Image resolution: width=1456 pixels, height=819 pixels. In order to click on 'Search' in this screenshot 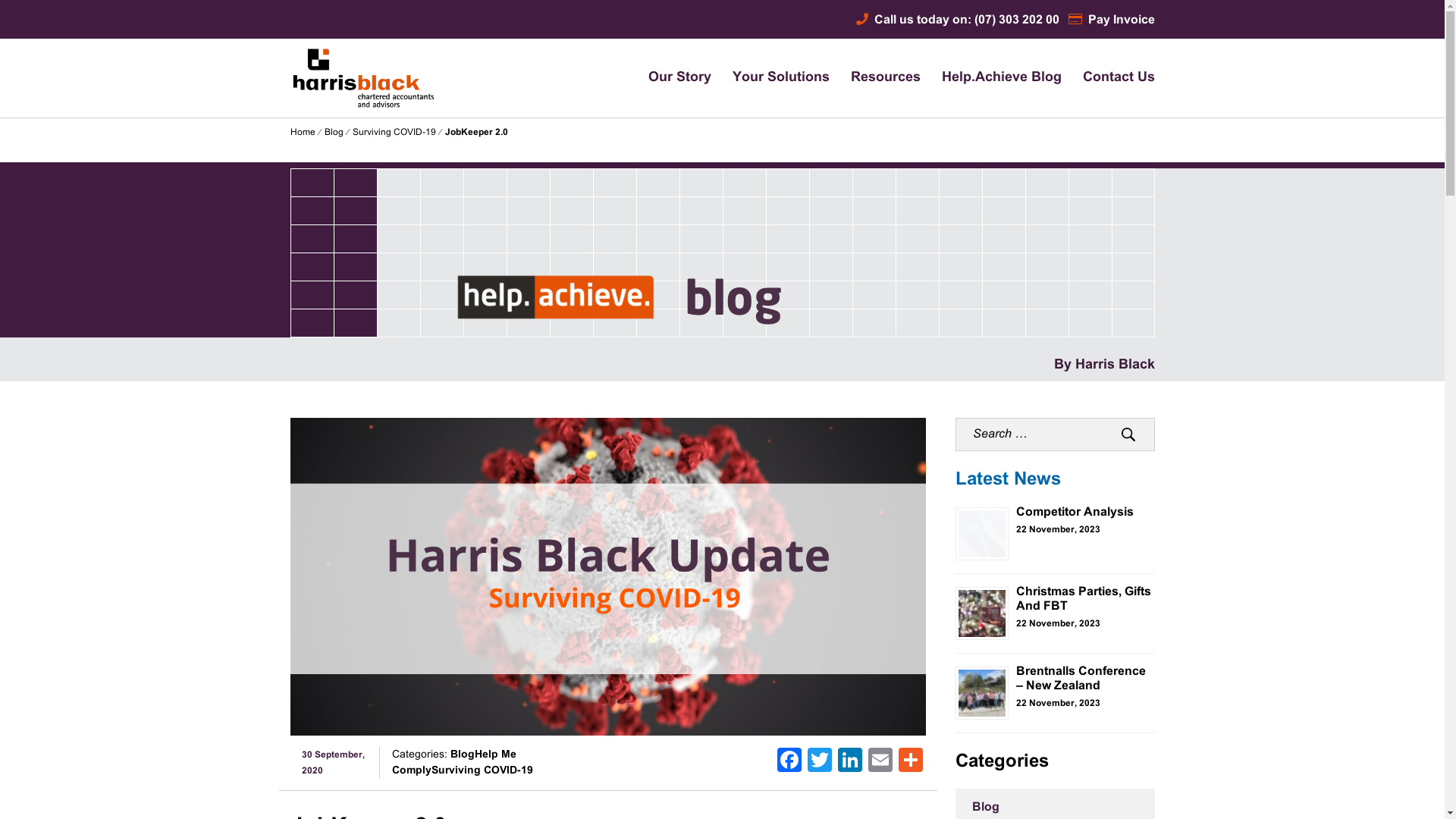, I will do `click(1128, 435)`.